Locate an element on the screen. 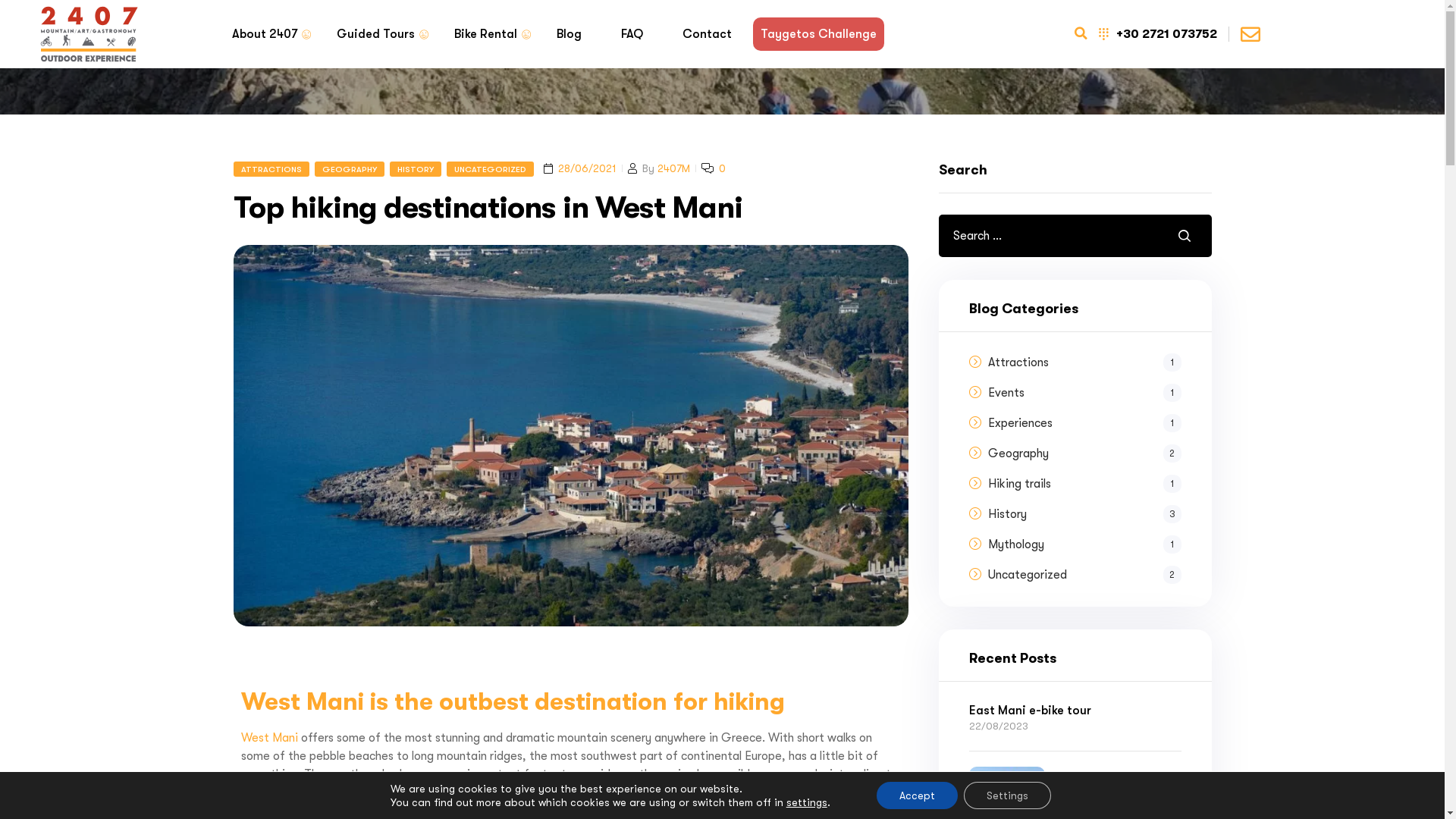  'ATTRACTIONS' is located at coordinates (271, 169).